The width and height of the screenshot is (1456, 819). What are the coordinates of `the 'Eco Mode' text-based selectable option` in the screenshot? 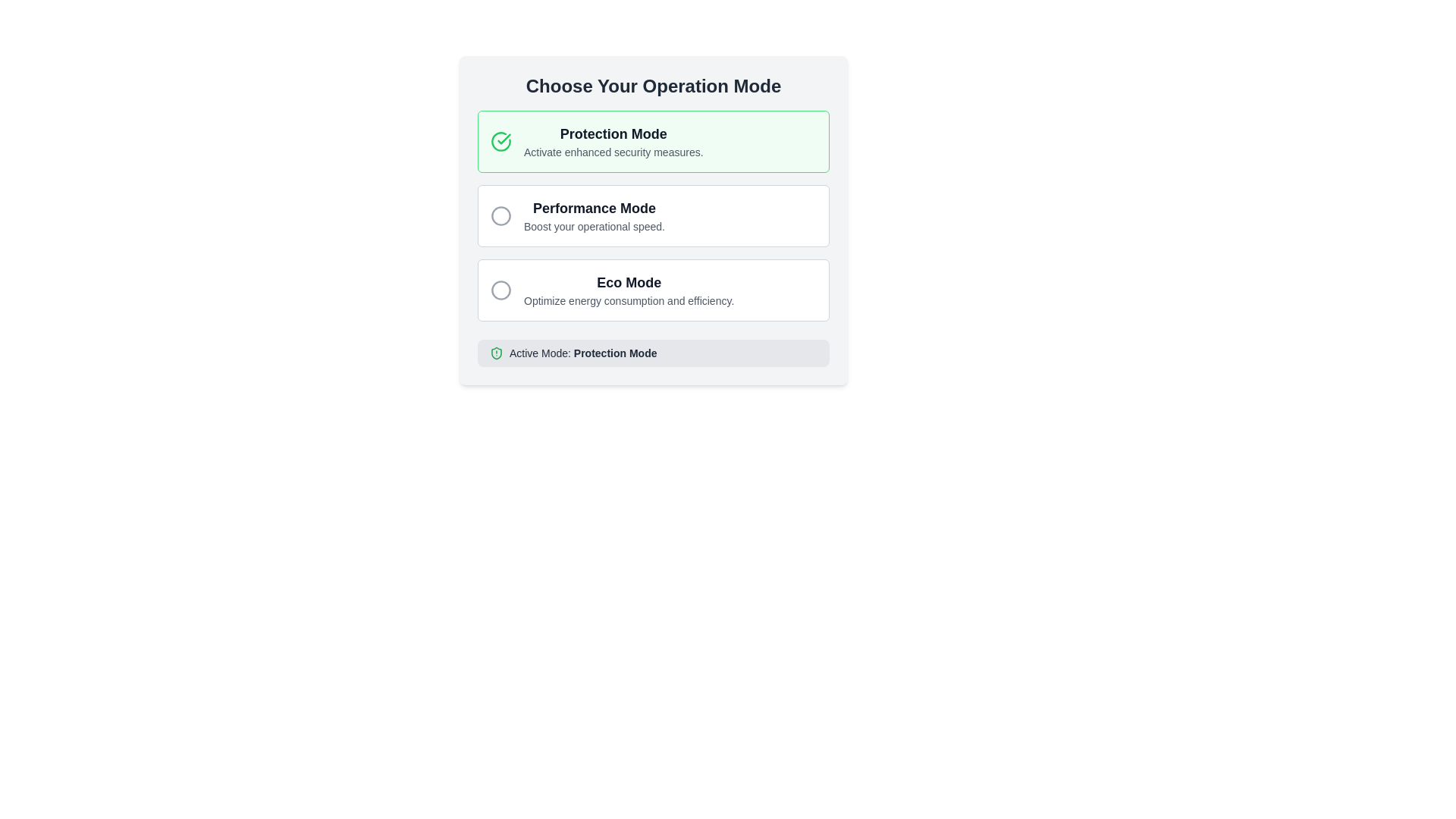 It's located at (629, 290).